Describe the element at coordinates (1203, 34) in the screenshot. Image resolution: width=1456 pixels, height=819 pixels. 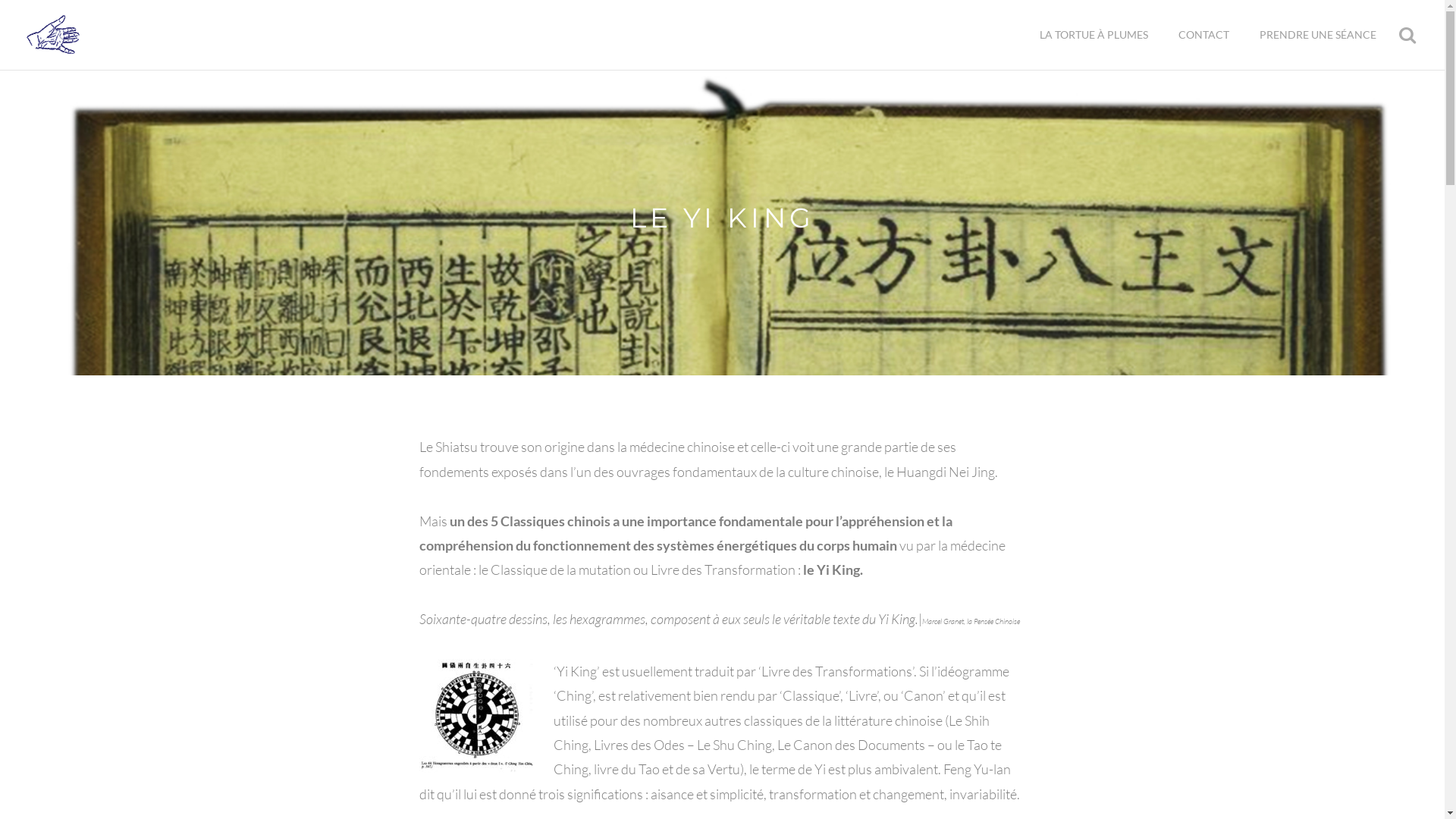
I see `'CONTACT'` at that location.